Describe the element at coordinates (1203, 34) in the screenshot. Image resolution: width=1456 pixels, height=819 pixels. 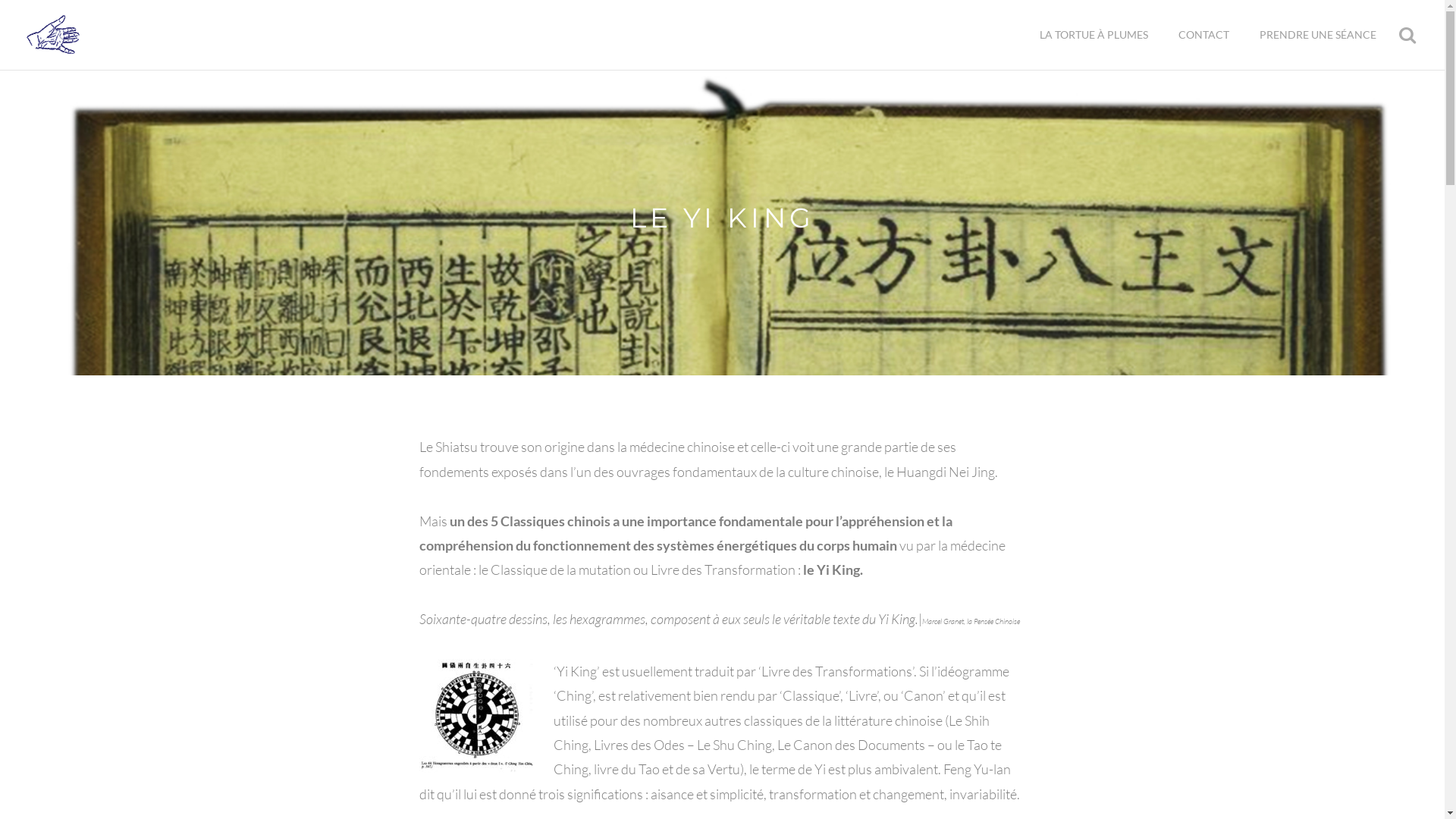
I see `'CONTACT'` at that location.